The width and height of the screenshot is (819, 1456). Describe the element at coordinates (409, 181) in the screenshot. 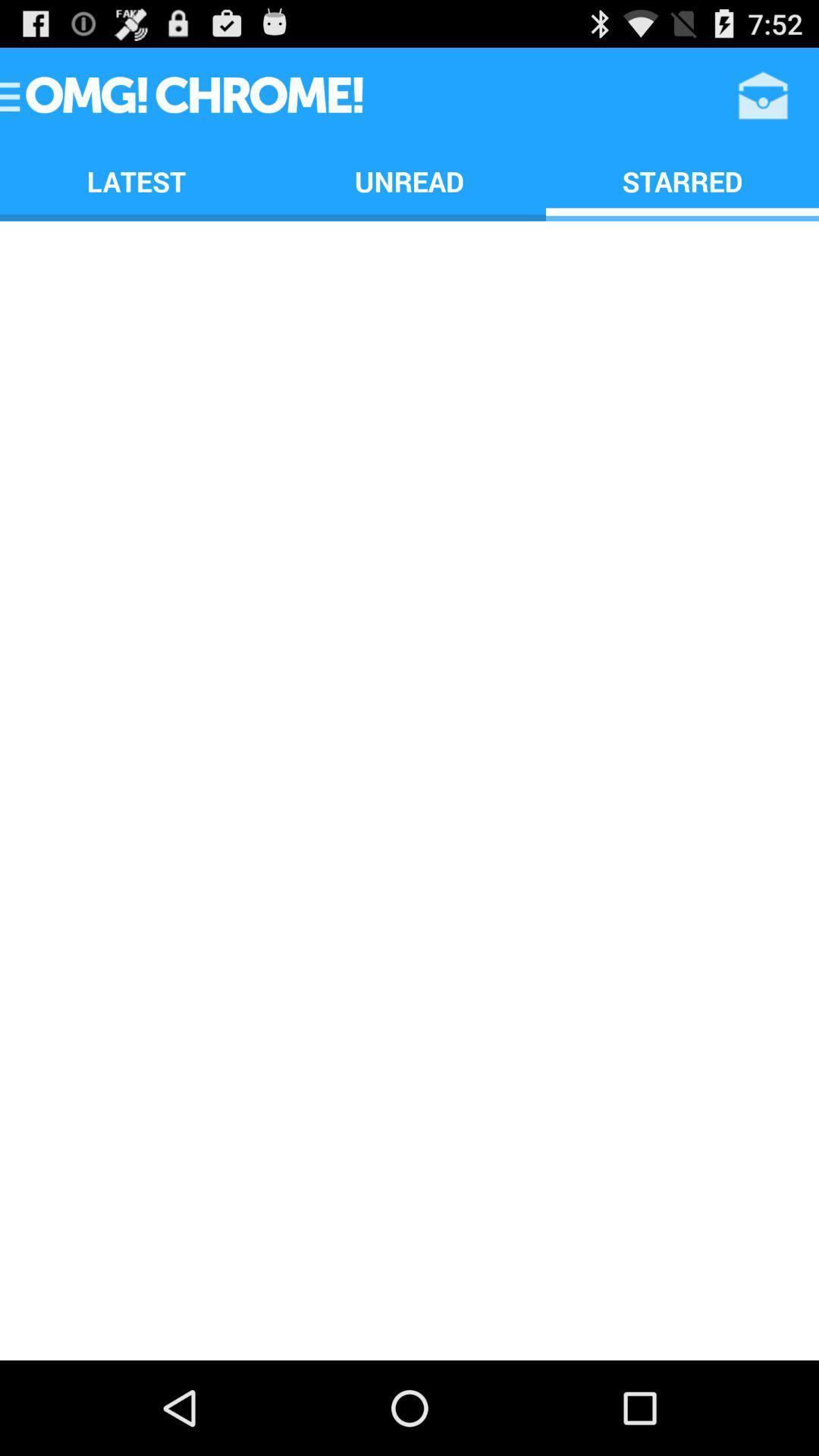

I see `the icon next to starred icon` at that location.